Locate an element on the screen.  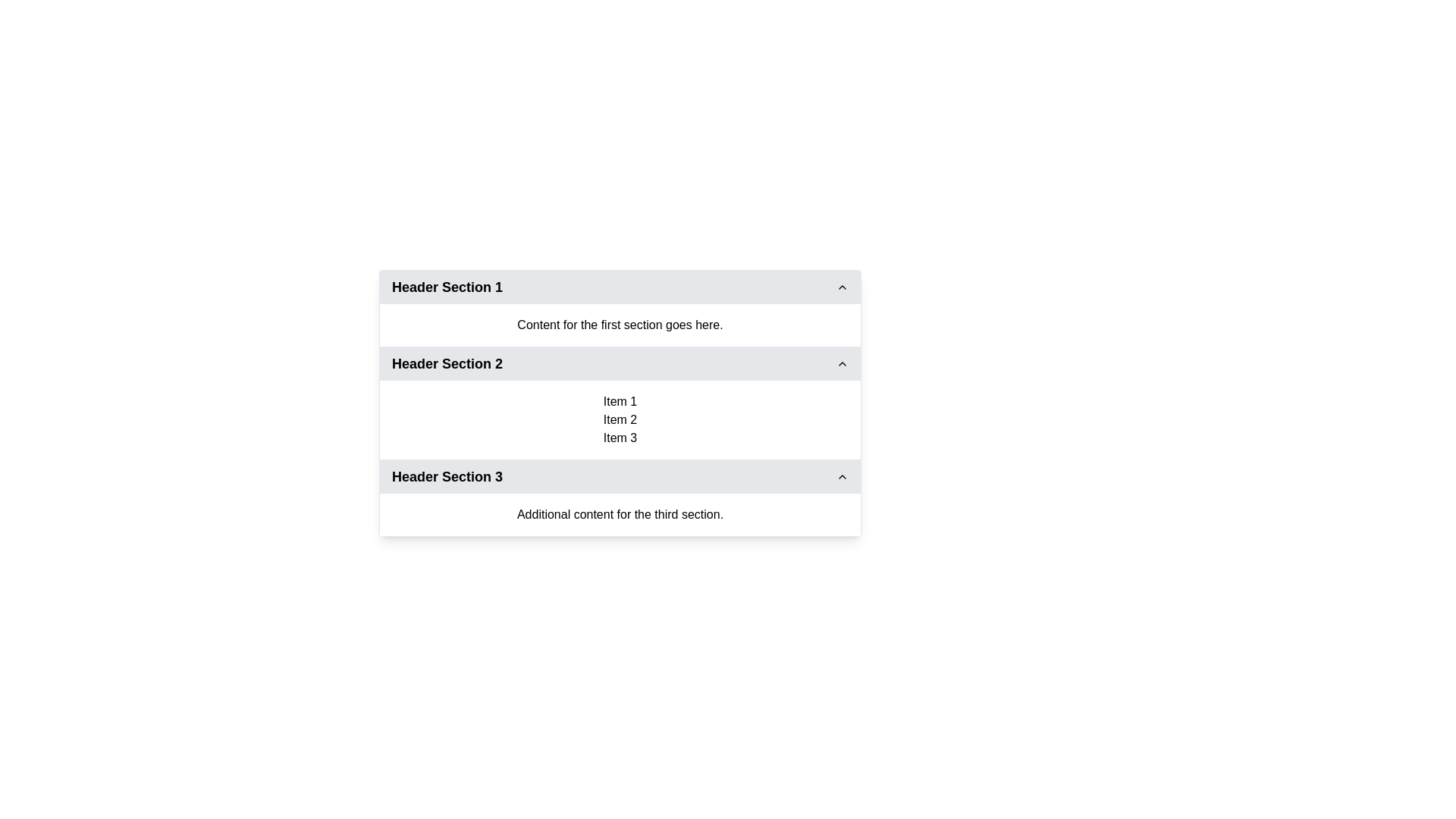
the static text display that shows 'Content for the first section goes here.' located below 'Header Section 1' is located at coordinates (620, 324).